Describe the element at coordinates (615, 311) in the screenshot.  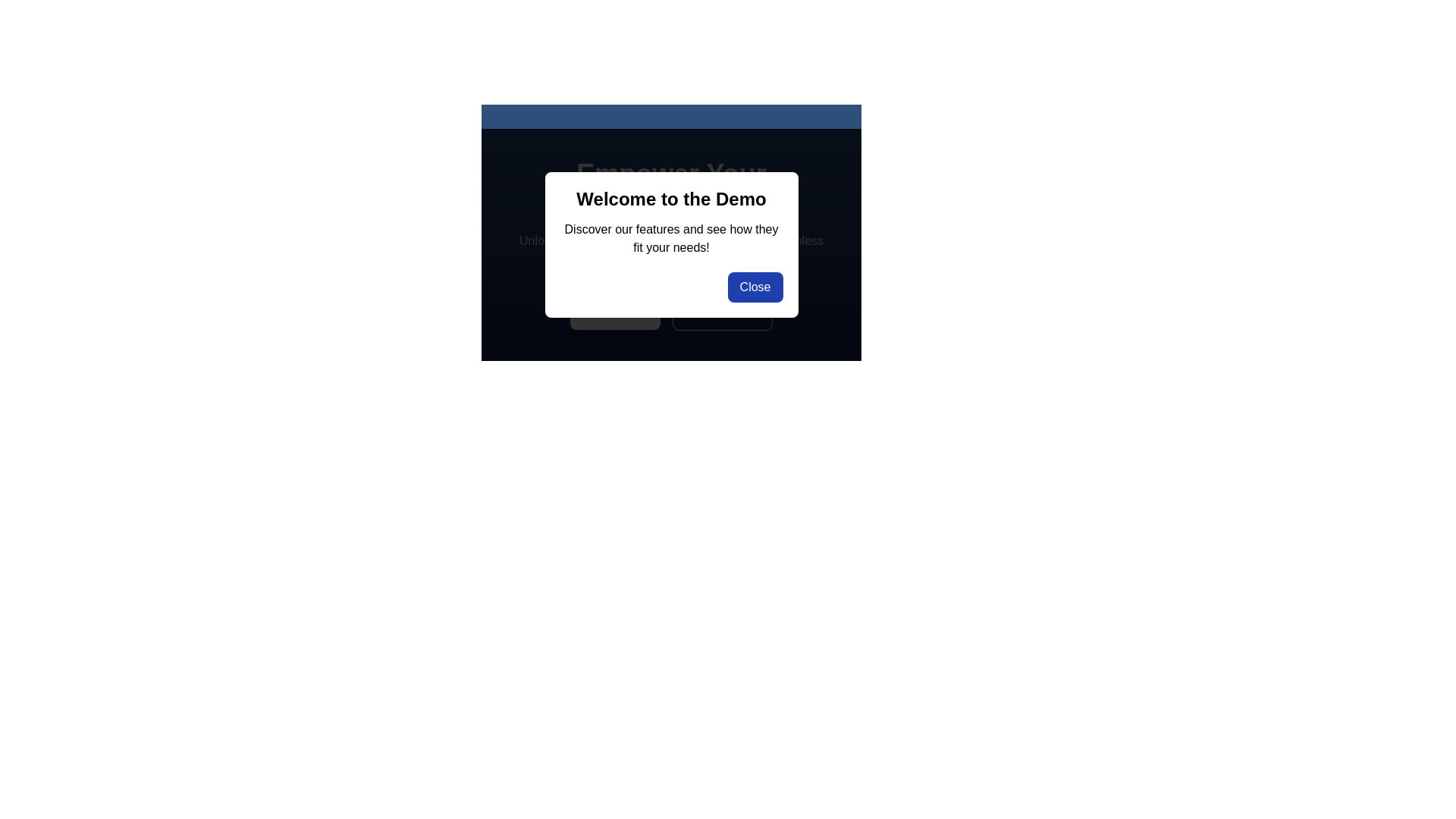
I see `the primary call-to-action button located slightly to the right of the center of the modal dialog box` at that location.